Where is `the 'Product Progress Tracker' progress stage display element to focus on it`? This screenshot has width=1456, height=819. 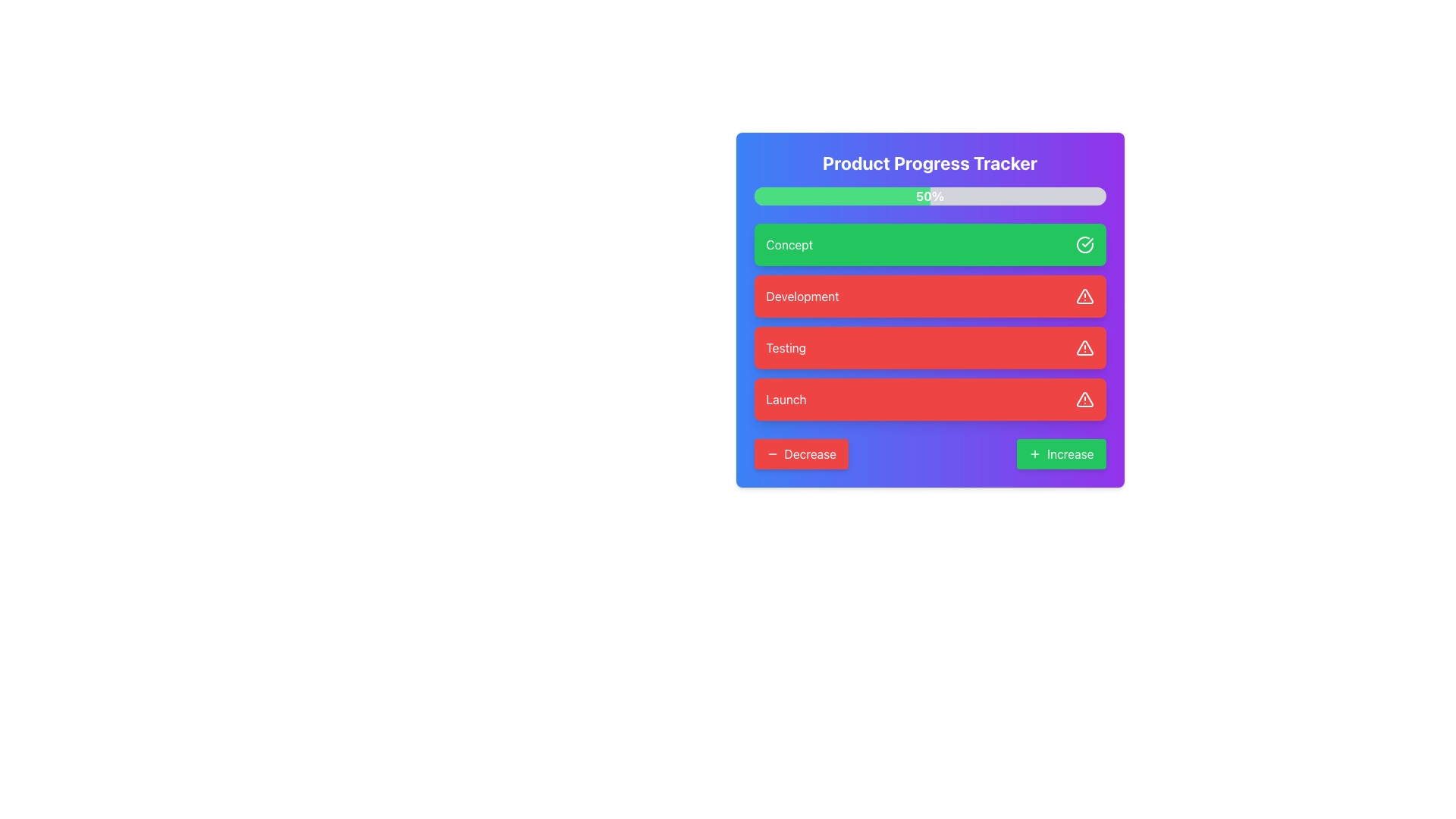 the 'Product Progress Tracker' progress stage display element to focus on it is located at coordinates (929, 309).